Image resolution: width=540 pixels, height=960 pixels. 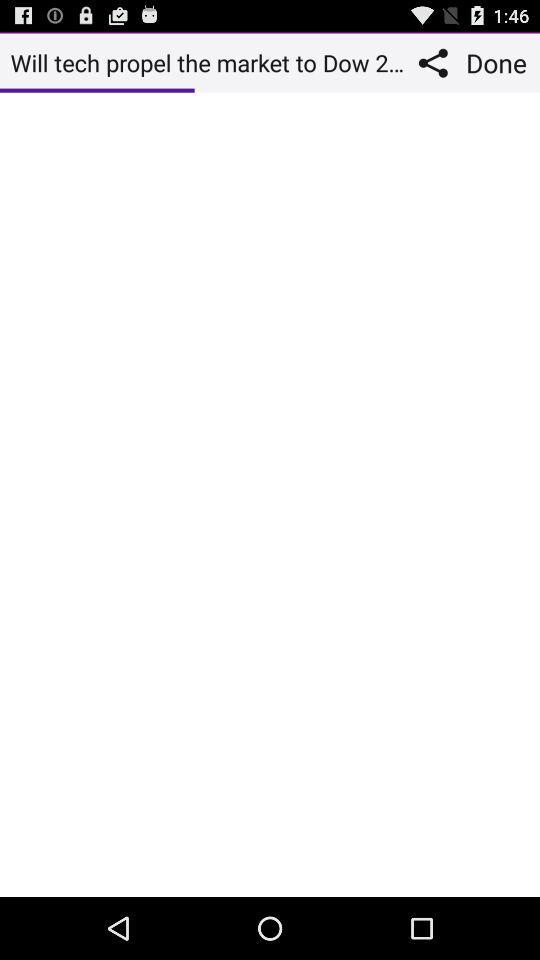 I want to click on icon at the center, so click(x=270, y=493).